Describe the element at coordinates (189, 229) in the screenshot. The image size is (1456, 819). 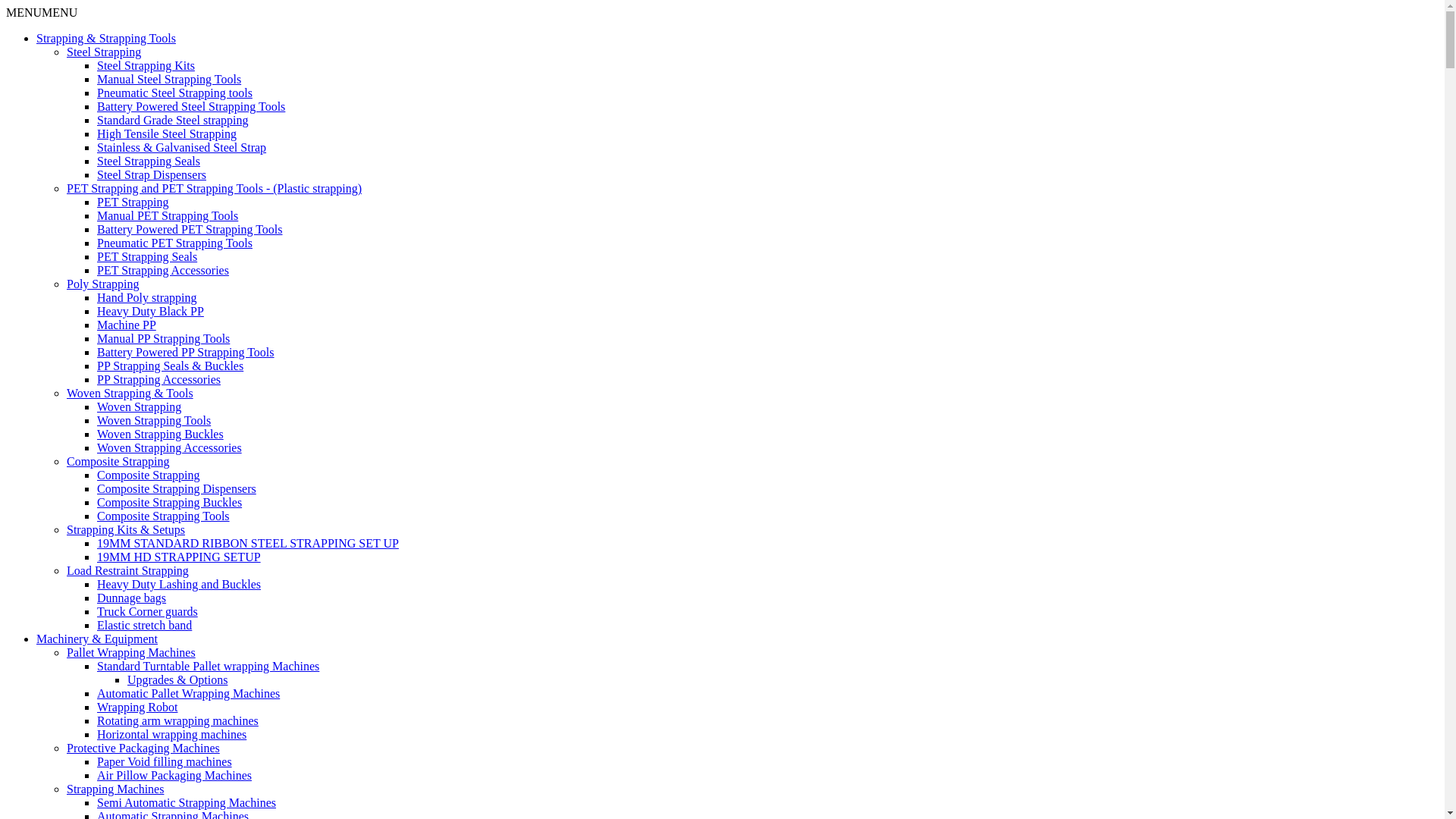
I see `'Battery Powered PET Strapping Tools'` at that location.